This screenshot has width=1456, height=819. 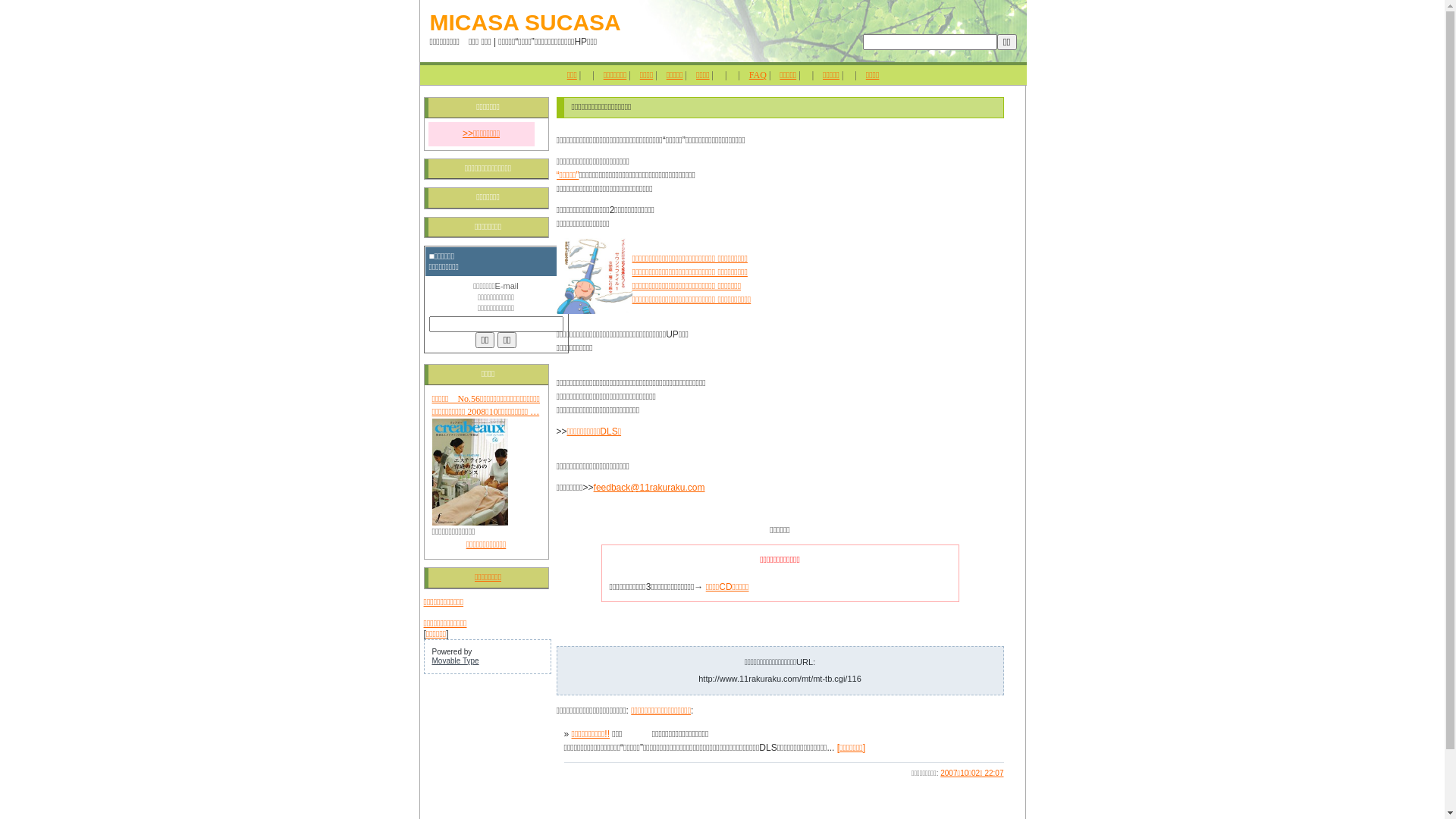 I want to click on 'Movable Type', so click(x=454, y=660).